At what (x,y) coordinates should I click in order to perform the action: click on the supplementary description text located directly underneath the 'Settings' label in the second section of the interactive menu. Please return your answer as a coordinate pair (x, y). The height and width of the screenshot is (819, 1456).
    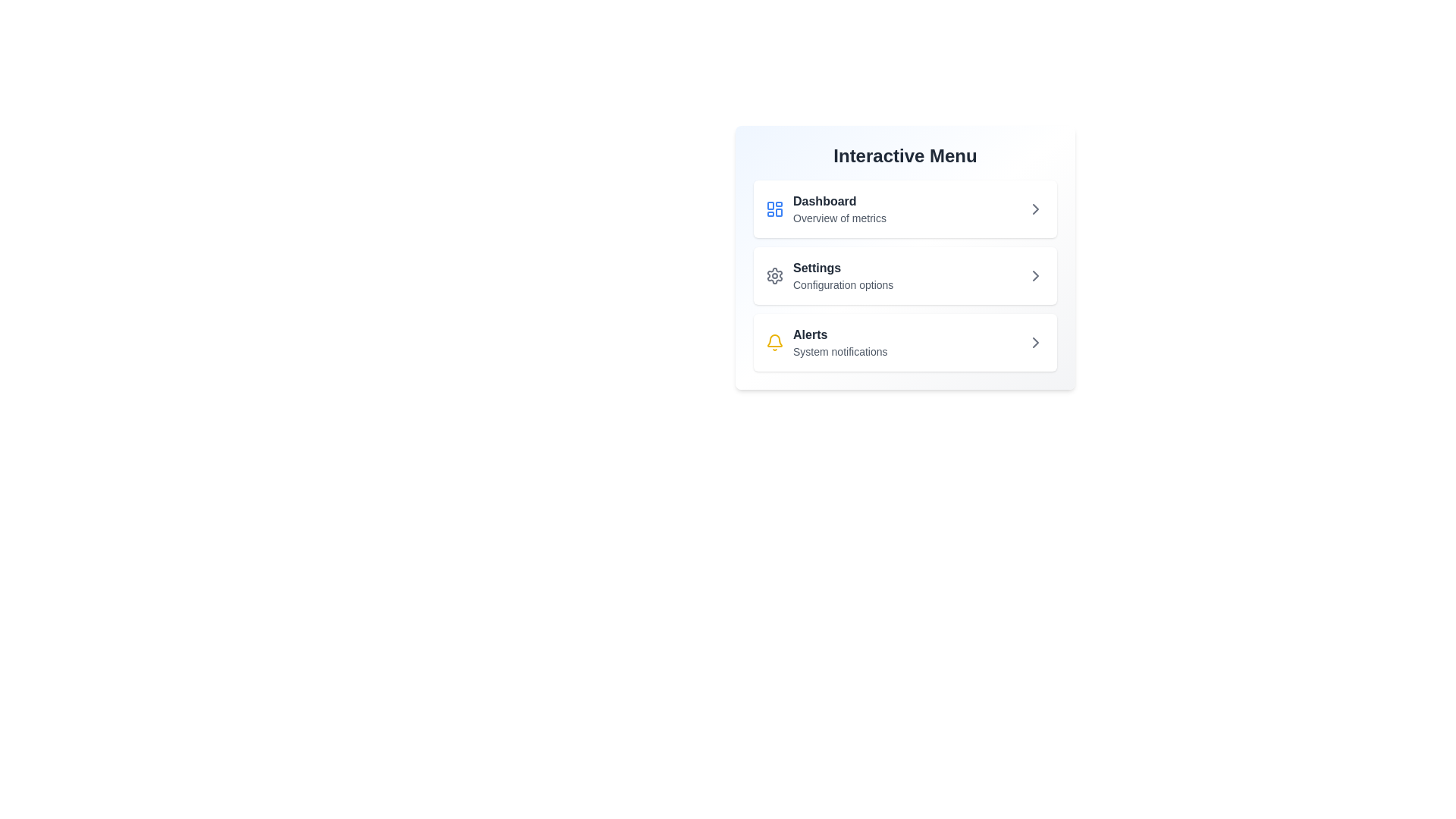
    Looking at the image, I should click on (843, 284).